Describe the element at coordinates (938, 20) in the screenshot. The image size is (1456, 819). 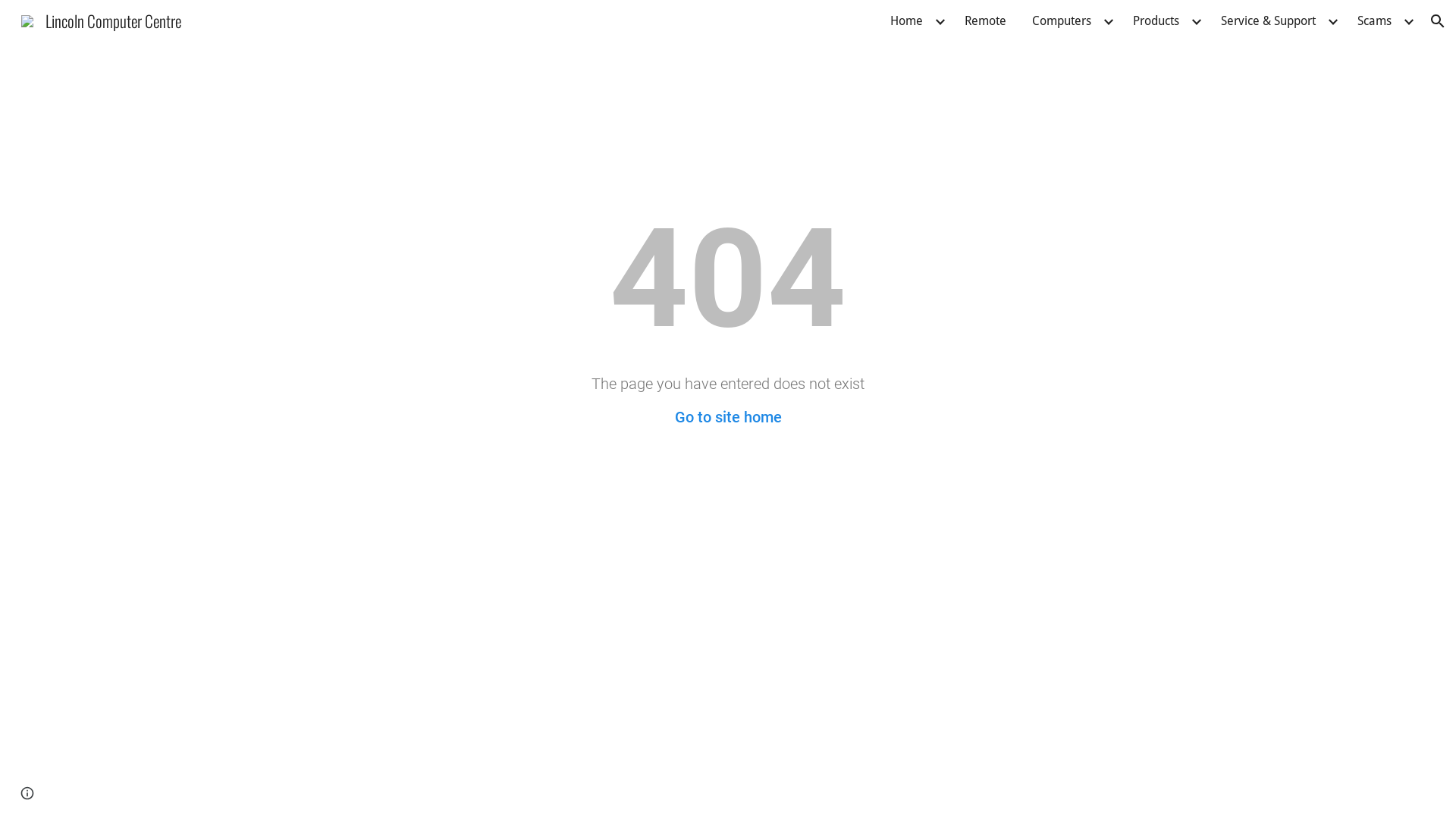
I see `'Expand/Collapse'` at that location.